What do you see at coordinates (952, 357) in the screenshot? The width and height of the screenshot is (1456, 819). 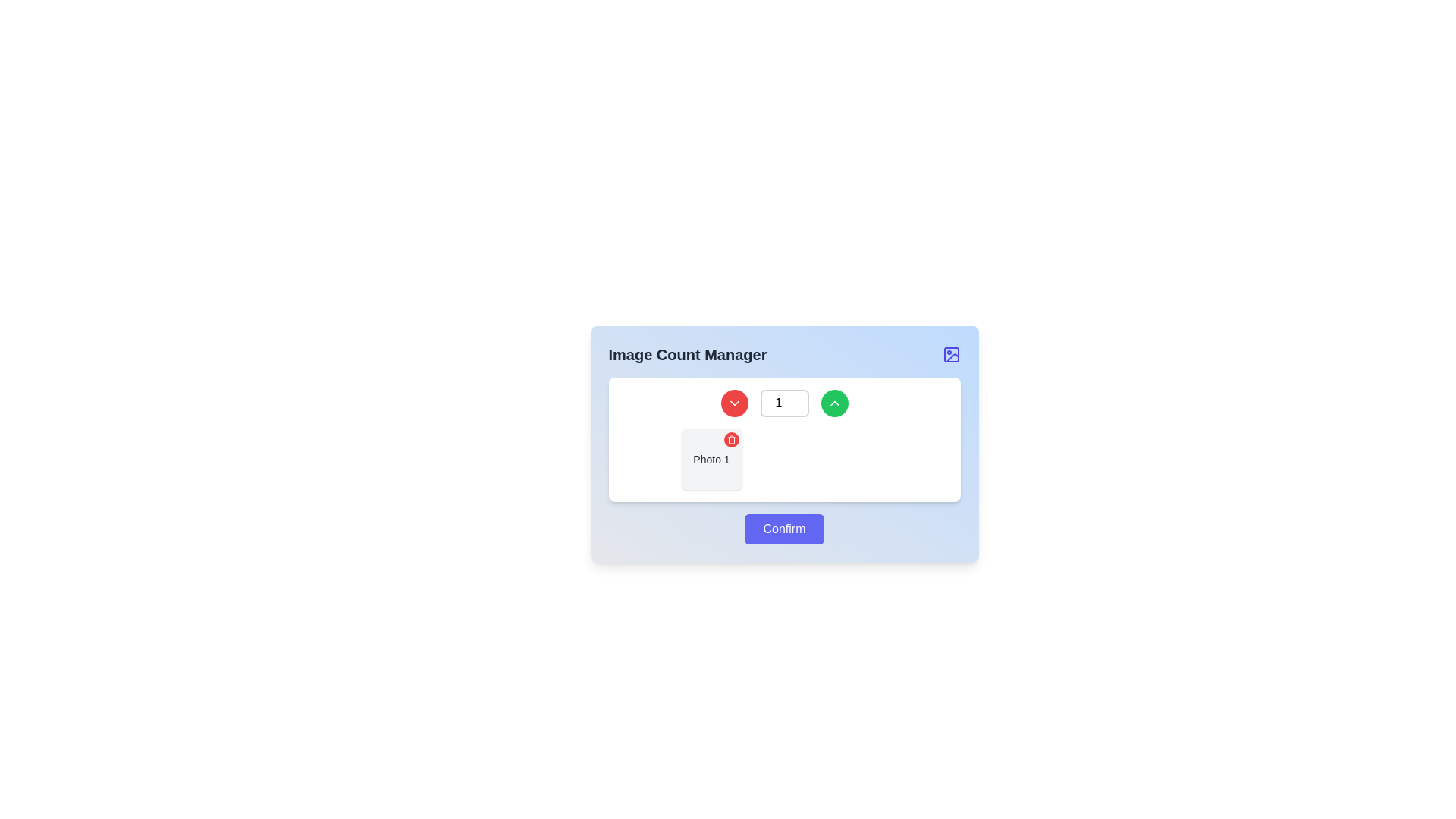 I see `the lower-right part of the image icon located in the top-right corner of the 'Image Count Manager' interface to enhance user understanding of its purpose` at bounding box center [952, 357].